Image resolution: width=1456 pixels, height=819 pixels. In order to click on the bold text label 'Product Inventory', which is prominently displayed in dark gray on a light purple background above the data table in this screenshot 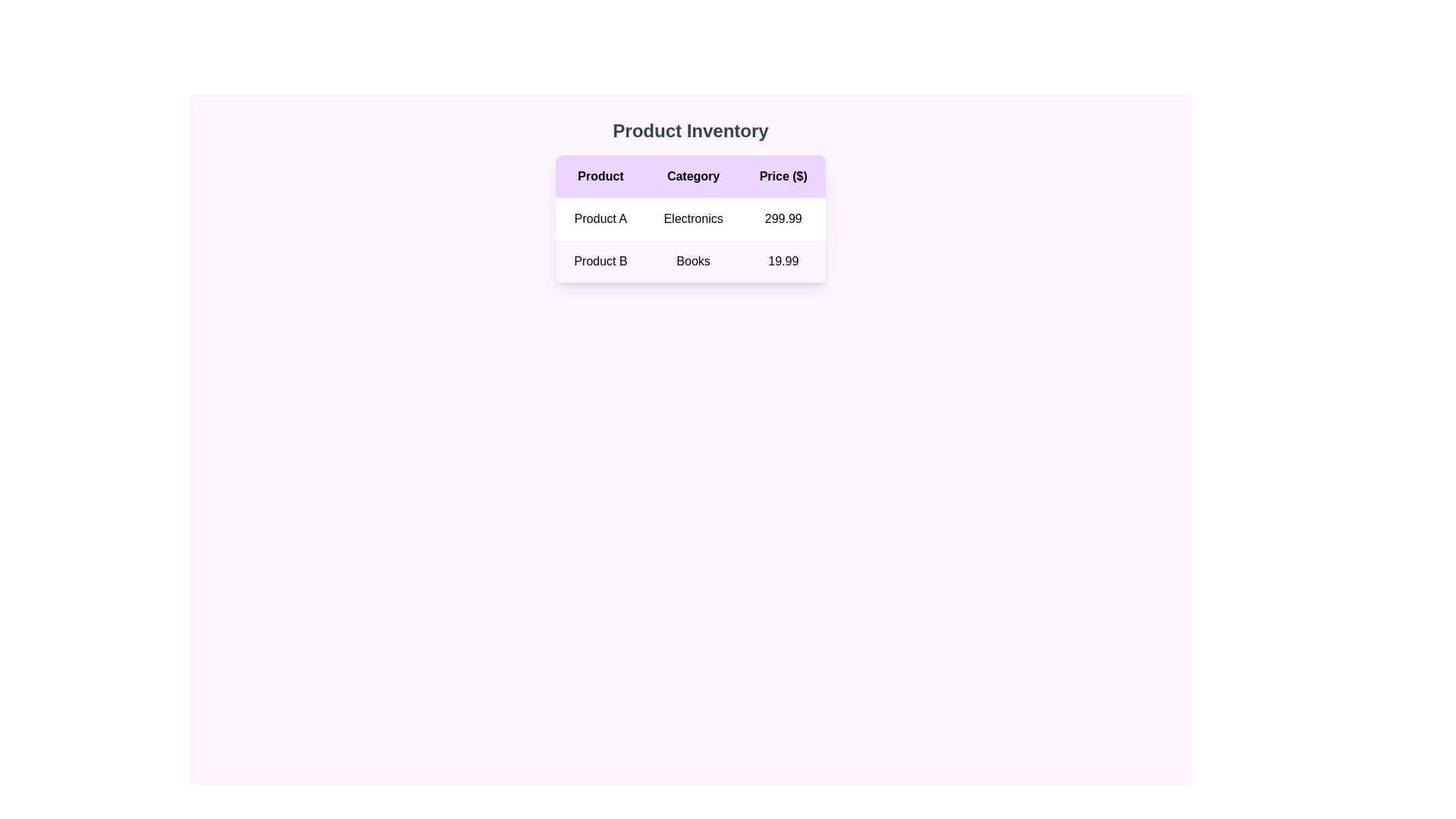, I will do `click(690, 130)`.